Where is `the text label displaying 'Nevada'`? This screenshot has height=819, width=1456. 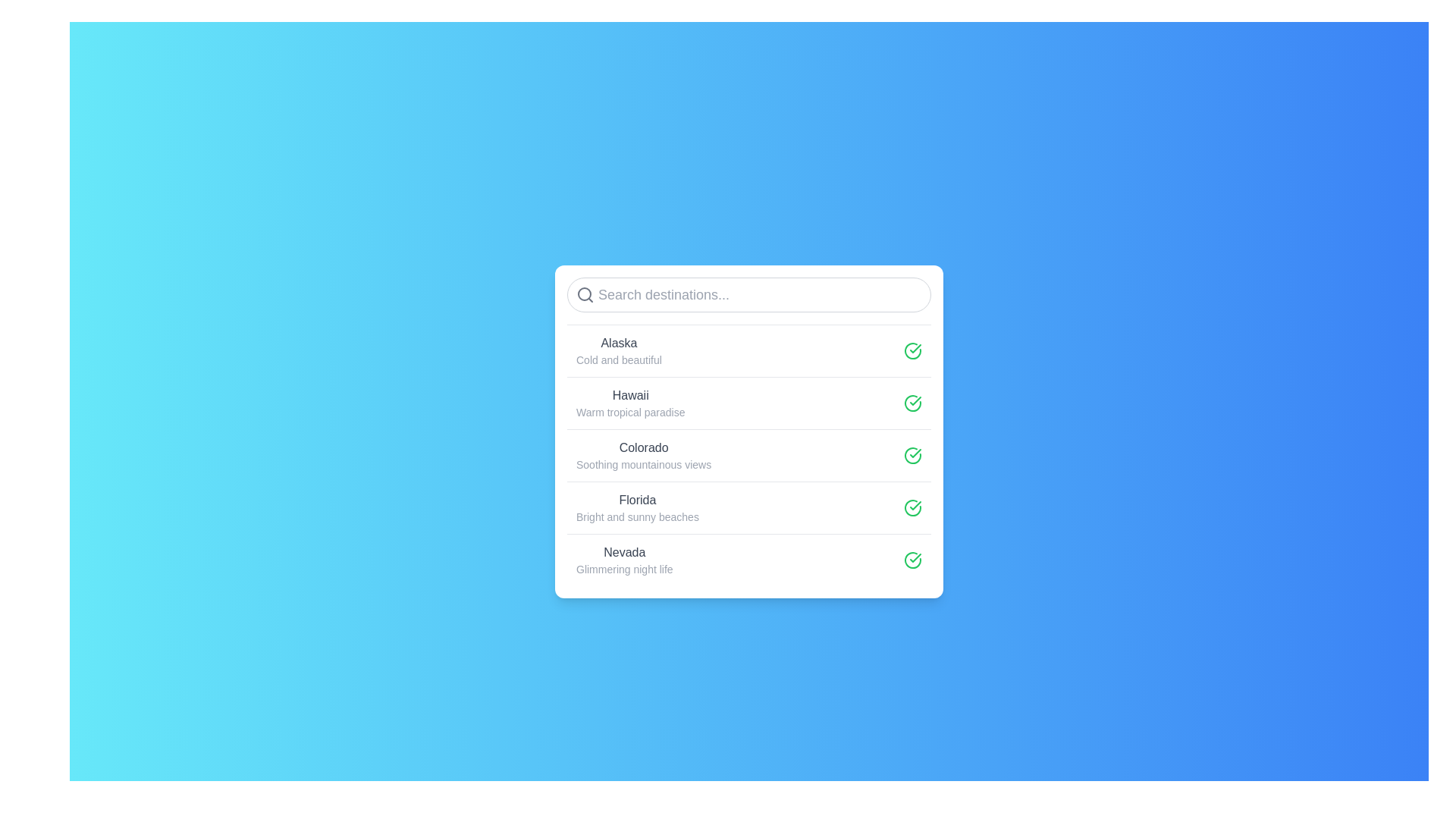 the text label displaying 'Nevada' is located at coordinates (624, 560).